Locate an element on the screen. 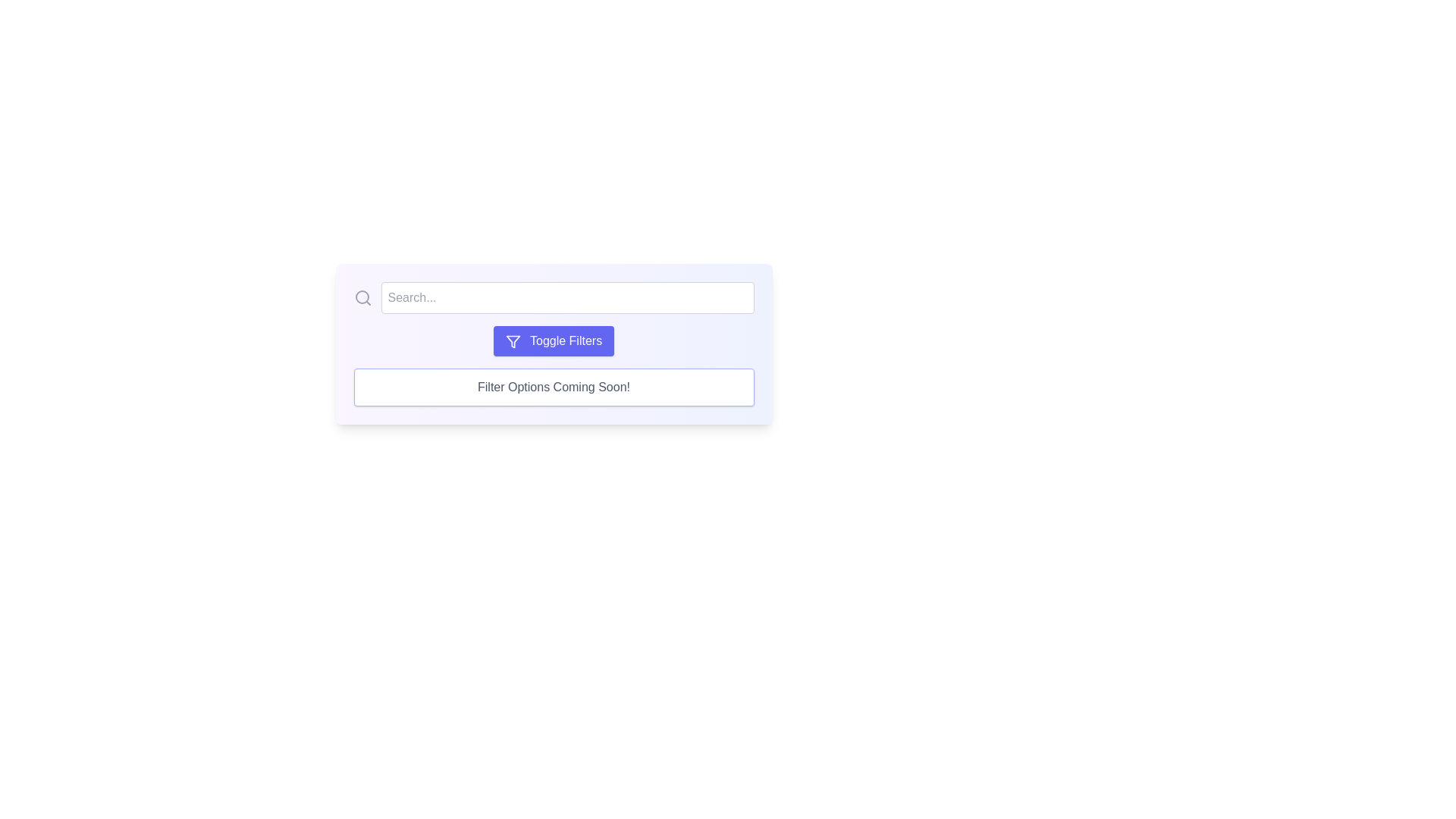  the filter toggle button located centrally below the search bar and above the description text box is located at coordinates (553, 344).